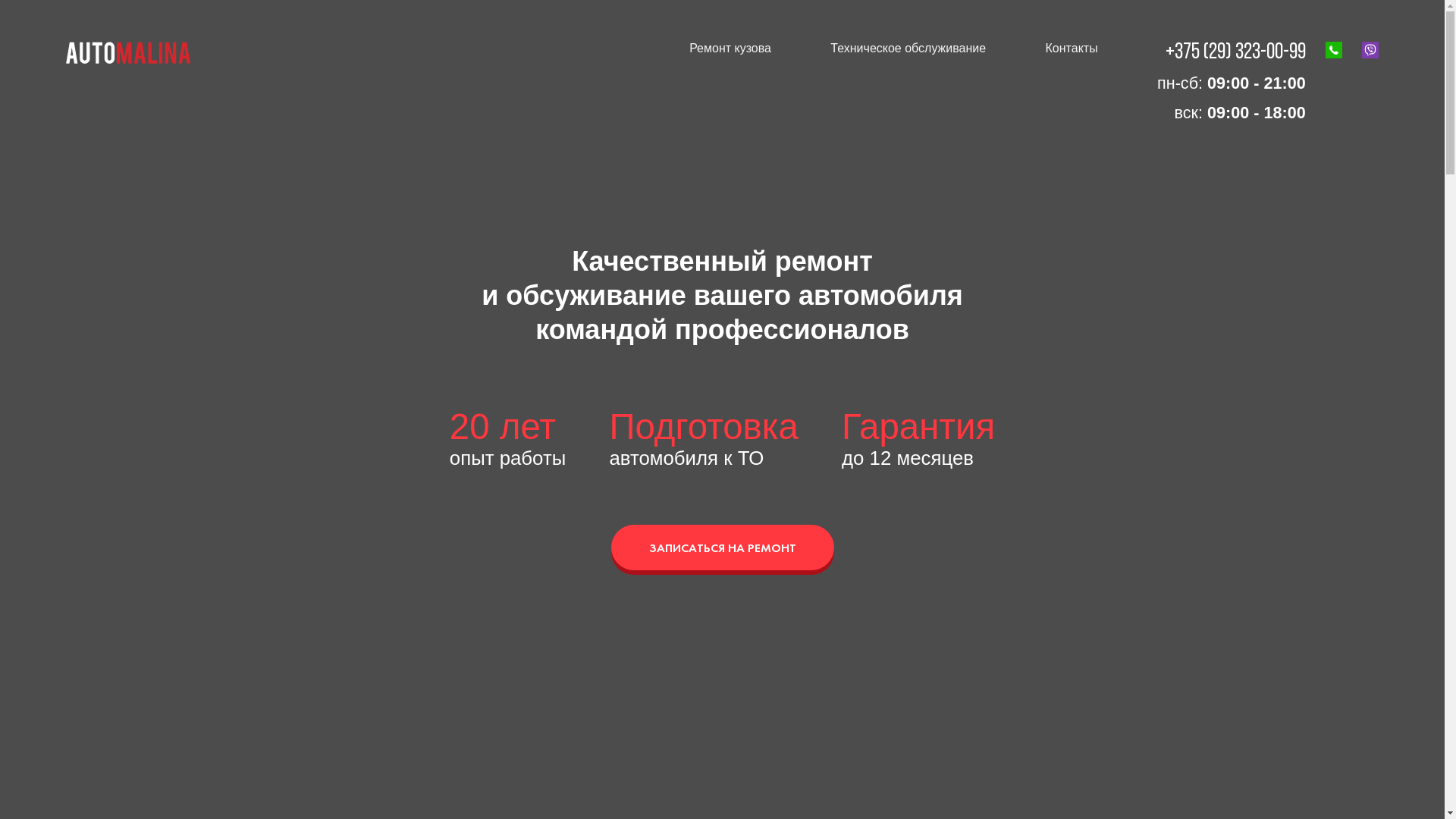 The image size is (1456, 819). I want to click on '+375 (29) 323-00-99', so click(1164, 52).